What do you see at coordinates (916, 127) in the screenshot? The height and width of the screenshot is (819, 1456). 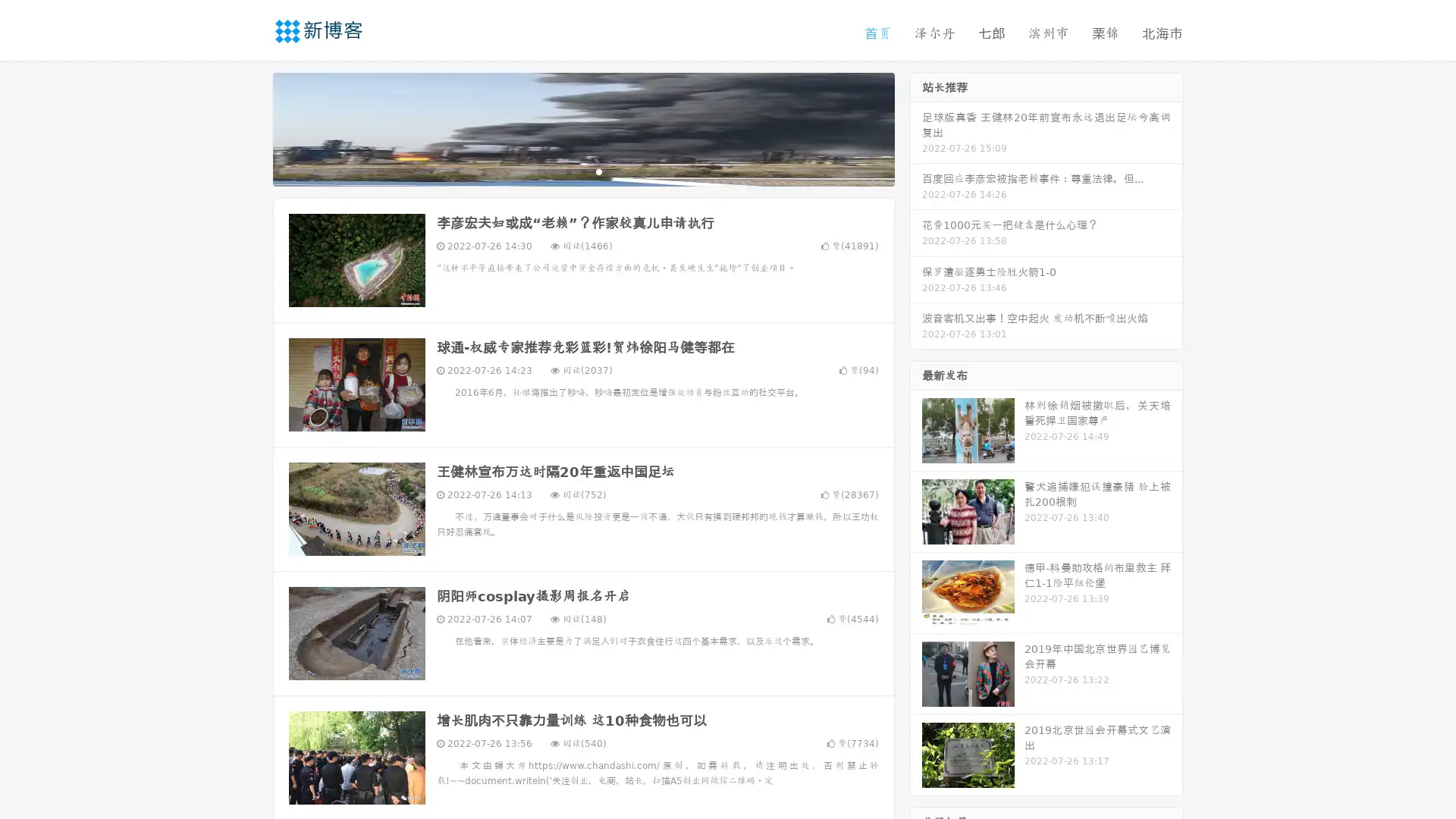 I see `Next slide` at bounding box center [916, 127].